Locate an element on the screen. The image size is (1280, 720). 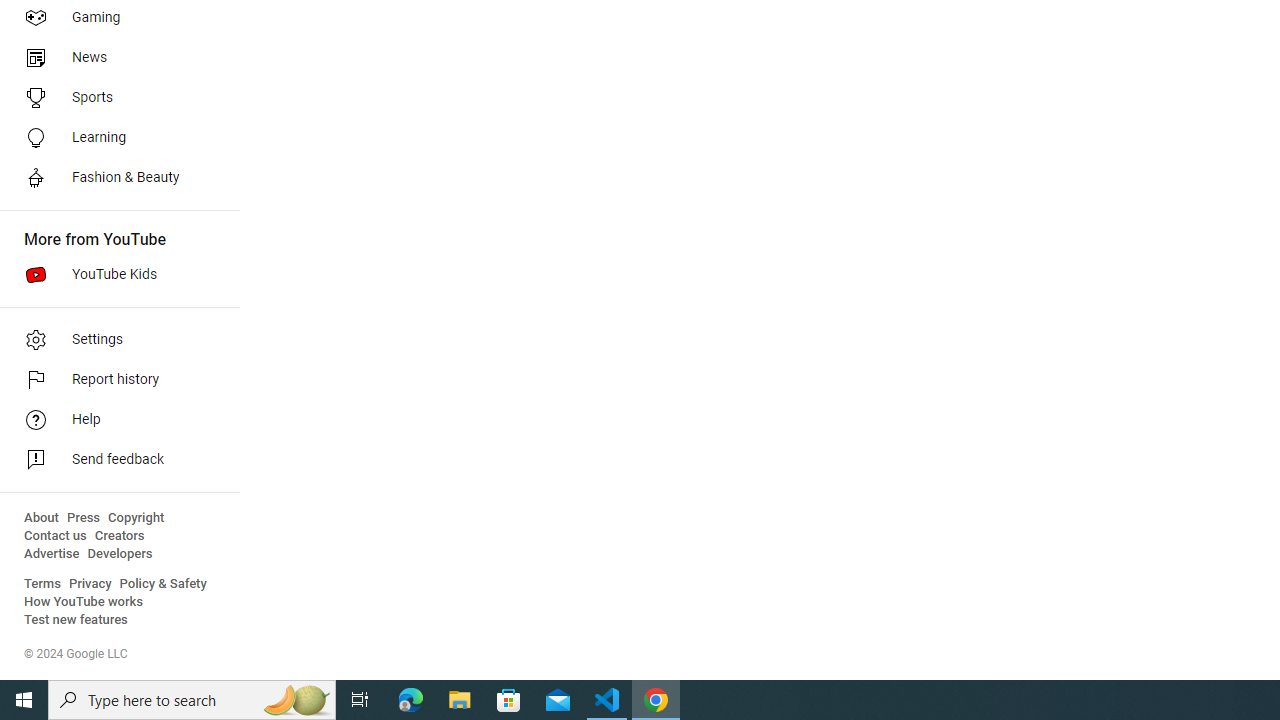
'Advertise' is located at coordinates (51, 554).